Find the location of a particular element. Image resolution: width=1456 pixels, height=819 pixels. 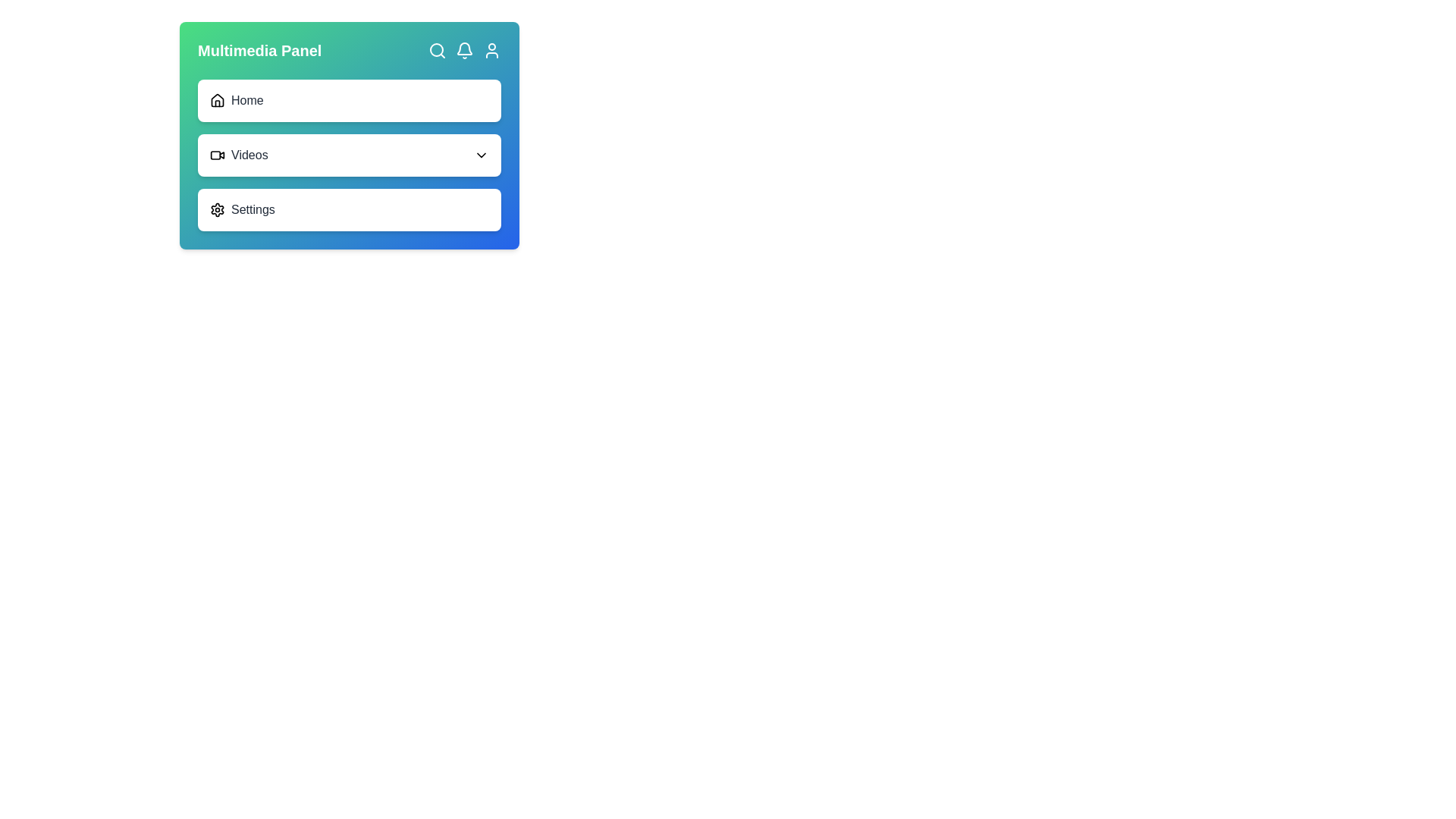

the Text Label that serves as a descriptive heading for multimedia-related operations, located in the top horizontal bar of the panel is located at coordinates (259, 49).